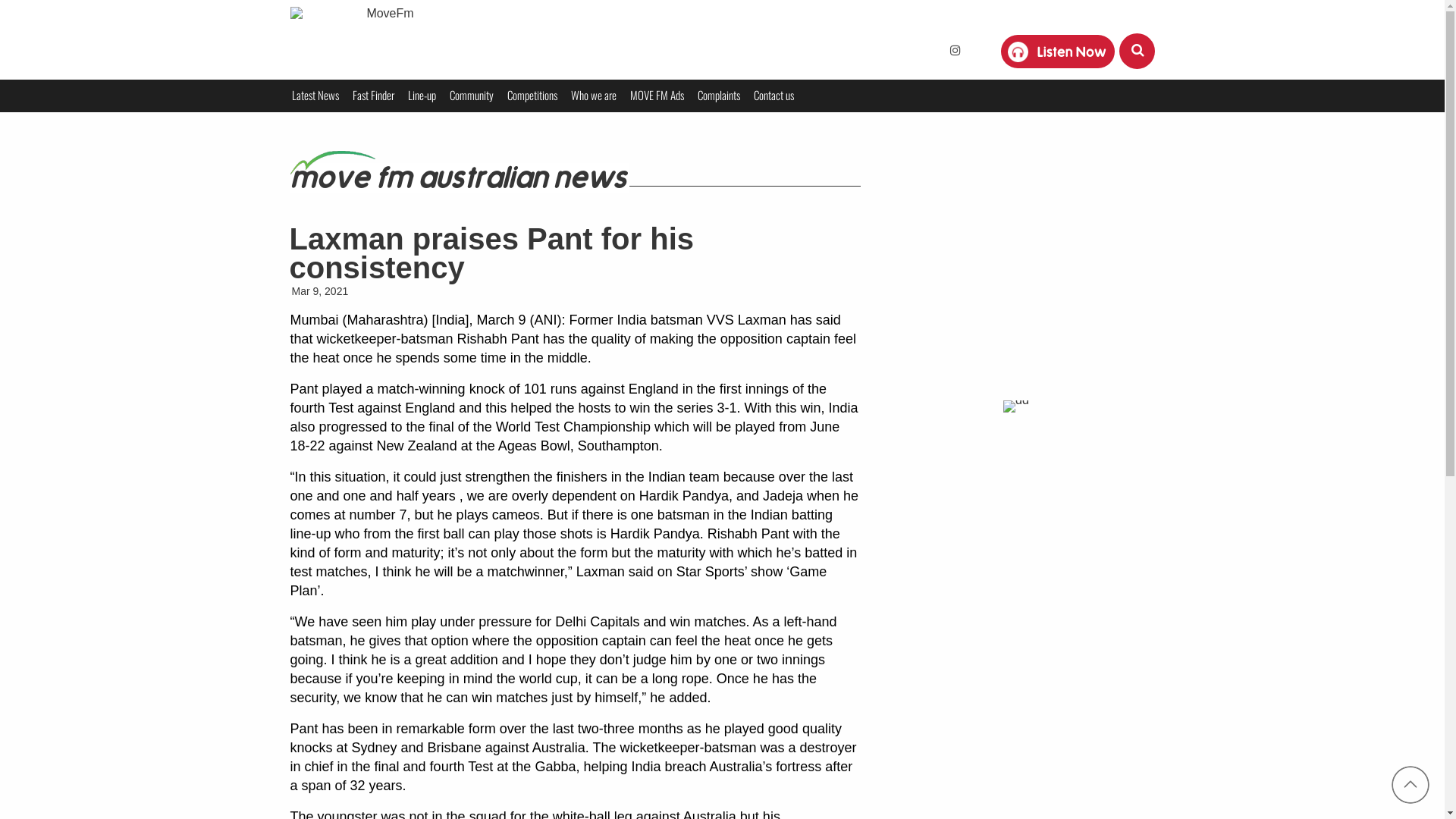  I want to click on 'Latest News', so click(315, 96).